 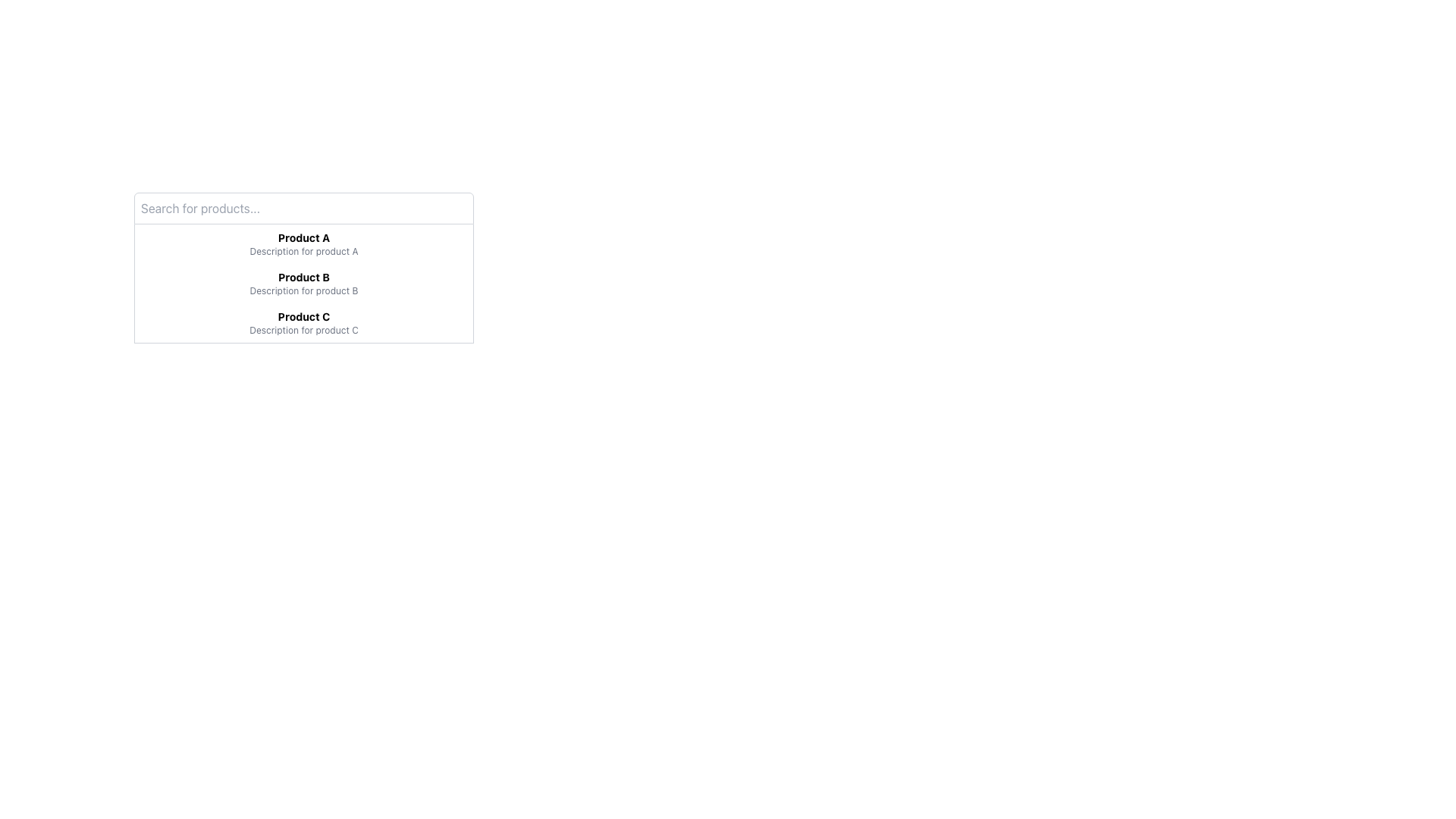 I want to click on the product name text label, which is the top item in the dropdown list under the search bar, so click(x=303, y=237).